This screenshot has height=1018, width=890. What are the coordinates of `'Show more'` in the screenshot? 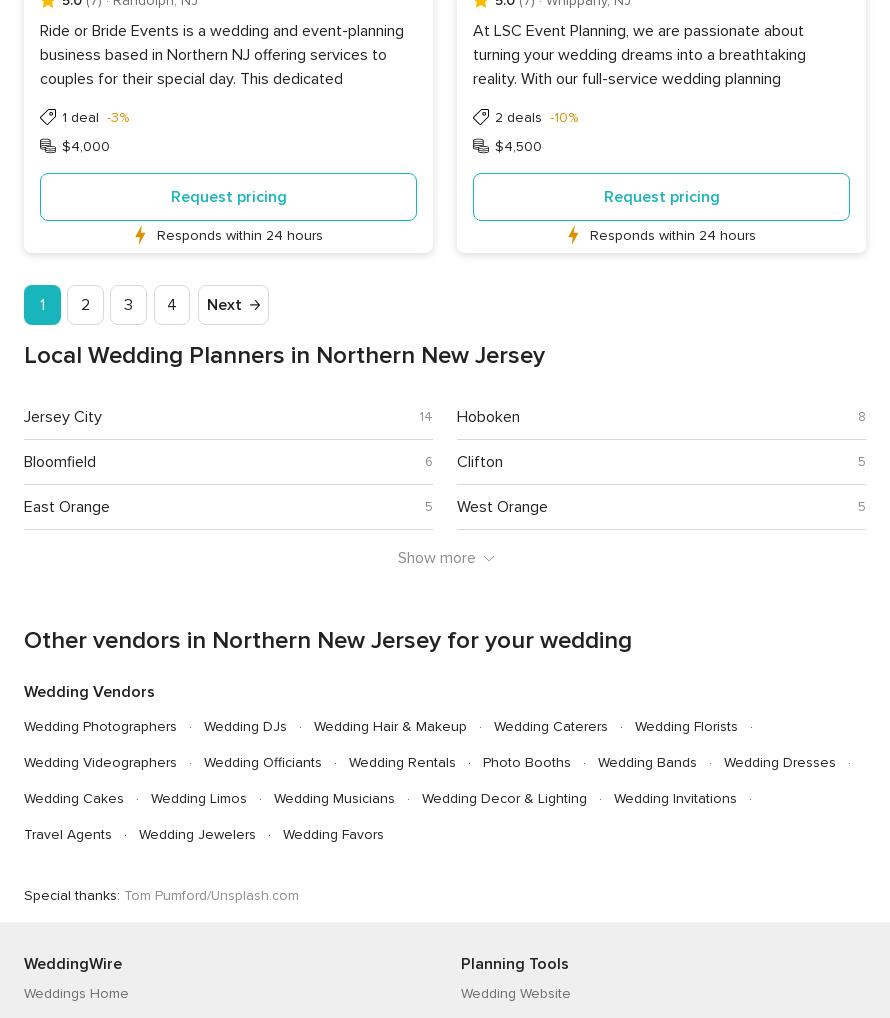 It's located at (435, 556).